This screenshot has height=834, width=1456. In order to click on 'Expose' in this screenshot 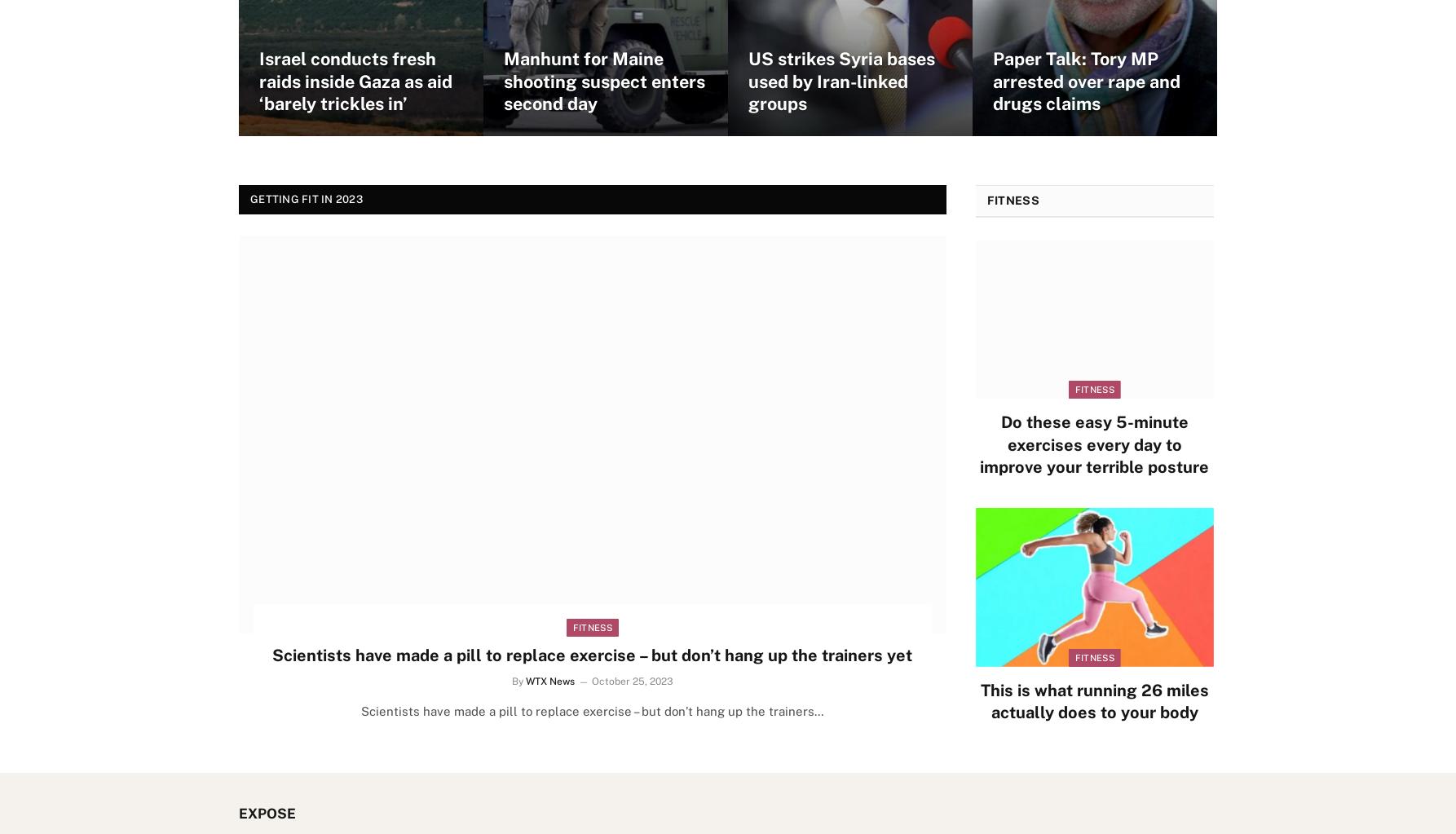, I will do `click(238, 813)`.